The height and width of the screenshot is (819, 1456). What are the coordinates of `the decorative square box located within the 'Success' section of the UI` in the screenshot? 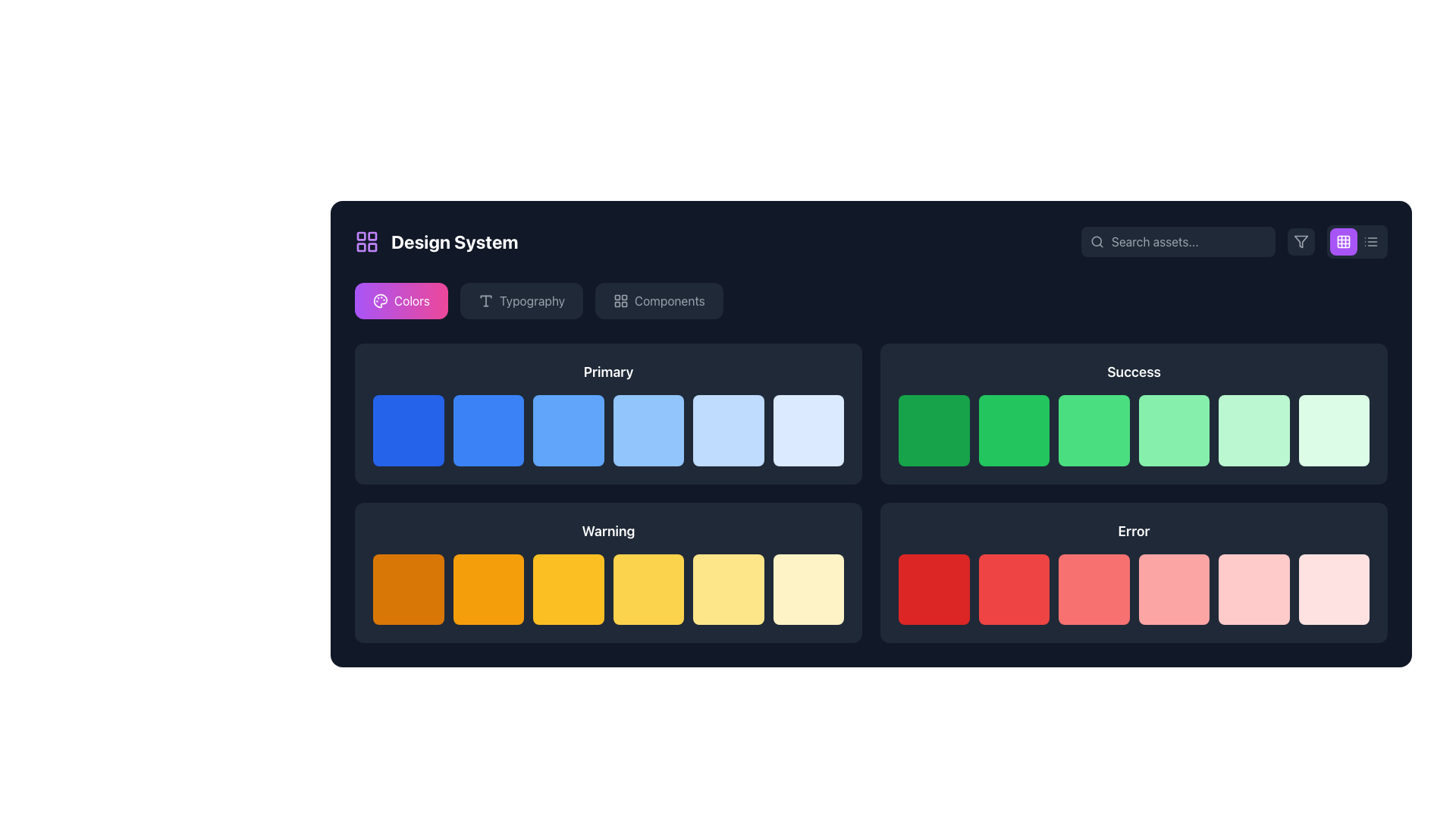 It's located at (1096, 432).